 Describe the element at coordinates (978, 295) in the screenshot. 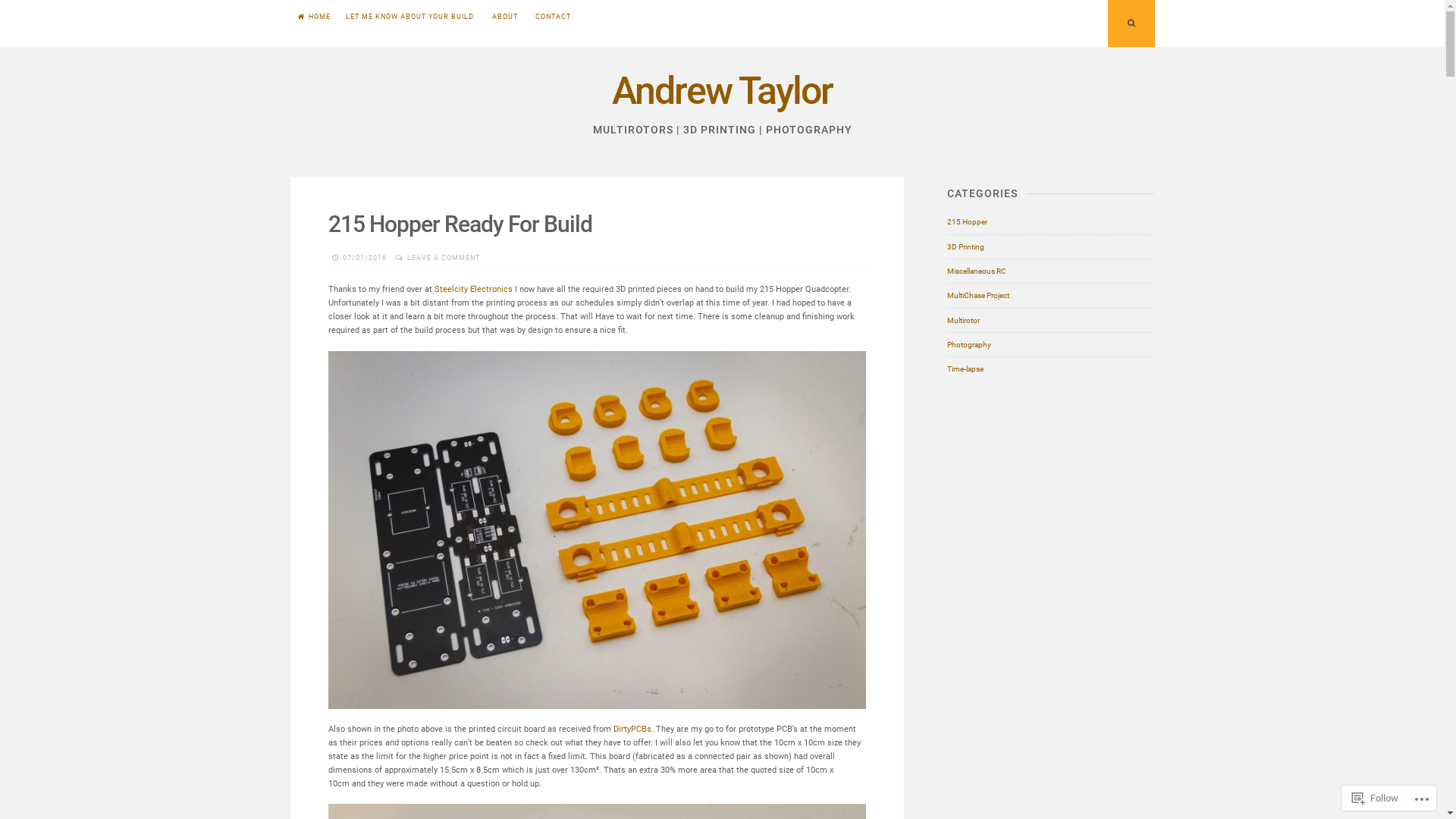

I see `'MultiChase Project'` at that location.